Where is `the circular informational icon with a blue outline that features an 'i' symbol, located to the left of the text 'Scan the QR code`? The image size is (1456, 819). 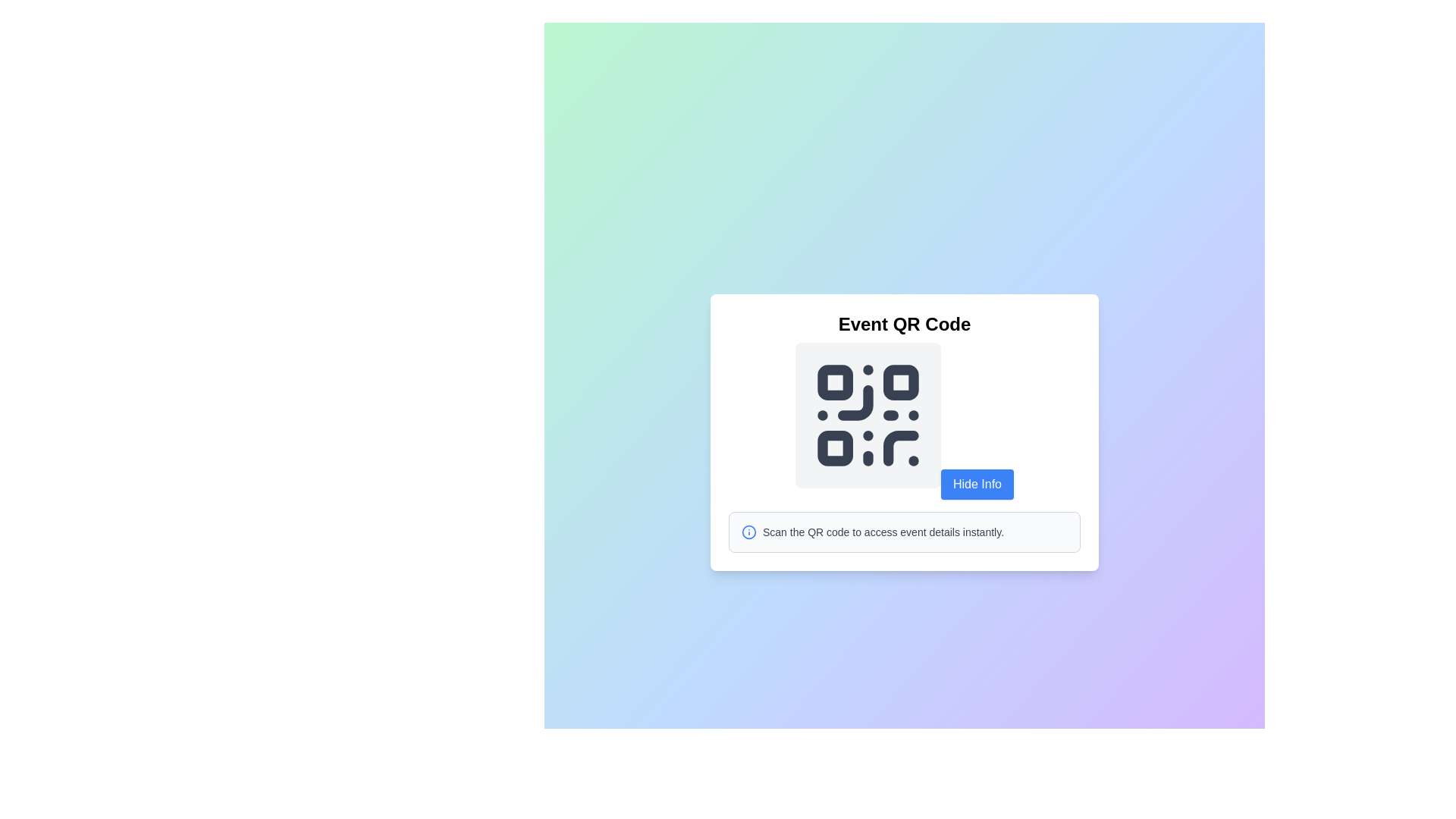
the circular informational icon with a blue outline that features an 'i' symbol, located to the left of the text 'Scan the QR code is located at coordinates (749, 531).